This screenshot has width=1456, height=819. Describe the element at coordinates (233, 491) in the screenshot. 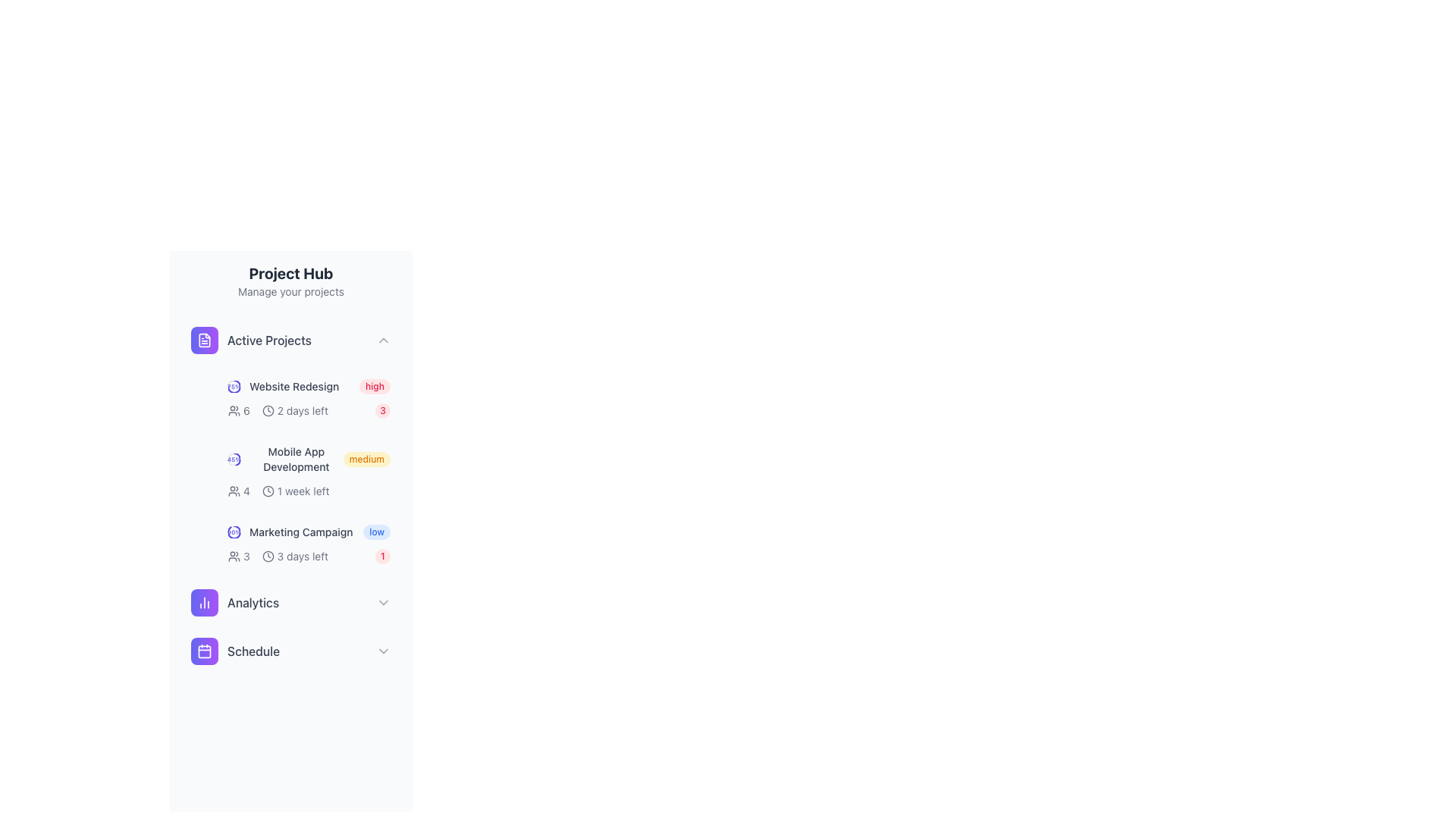

I see `the icon representing the number of participants associated with the 'Mobile App Development' project, located below the project title and to the left of the numeric label '4'` at that location.